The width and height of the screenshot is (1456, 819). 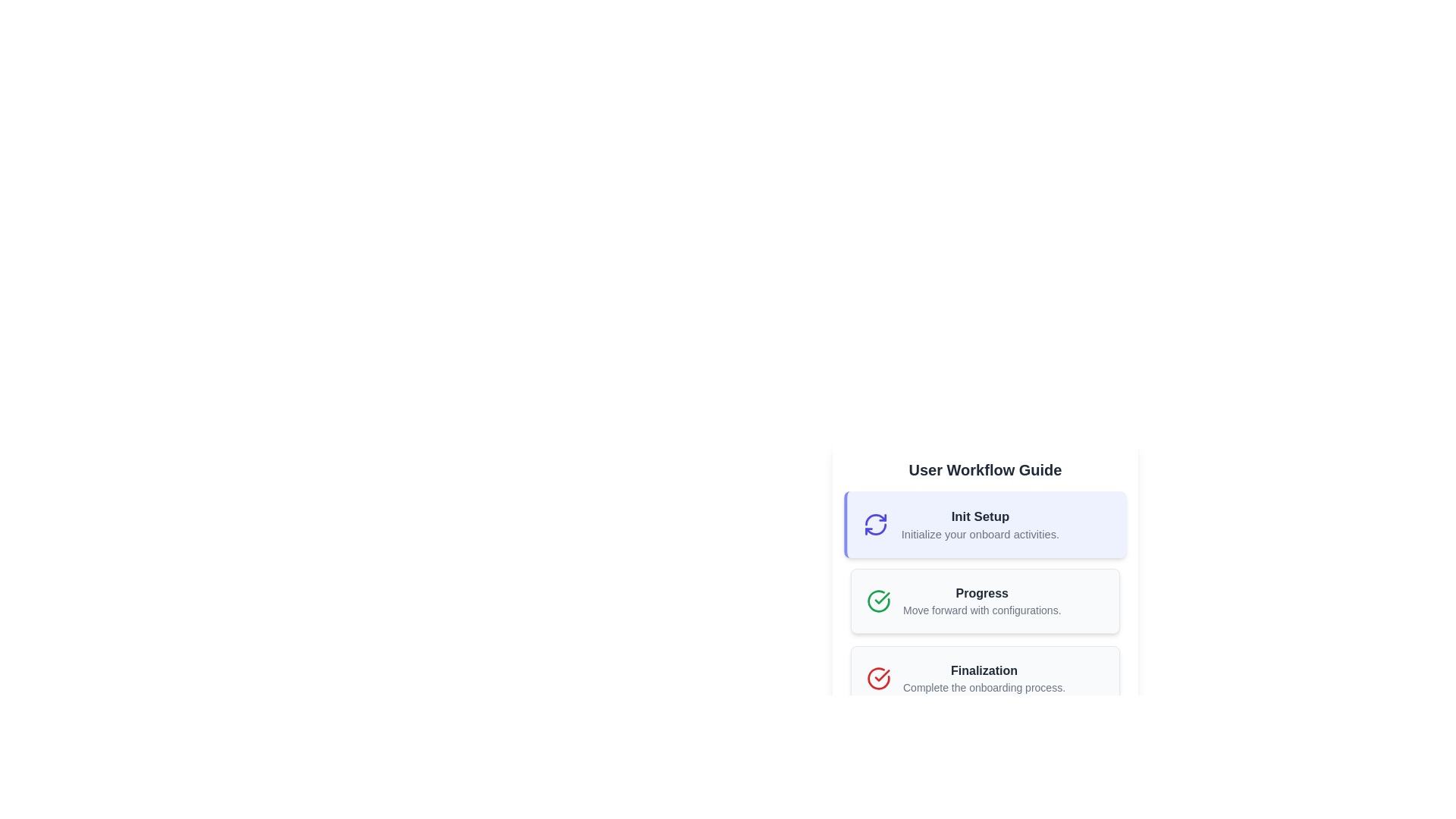 I want to click on the static text description or subtitle that says 'Initialize your onboard activities.' This element is styled in a small font size and light gray color, positioned directly below the 'Init Setup' title in the step-by-step guide interface, so click(x=980, y=533).